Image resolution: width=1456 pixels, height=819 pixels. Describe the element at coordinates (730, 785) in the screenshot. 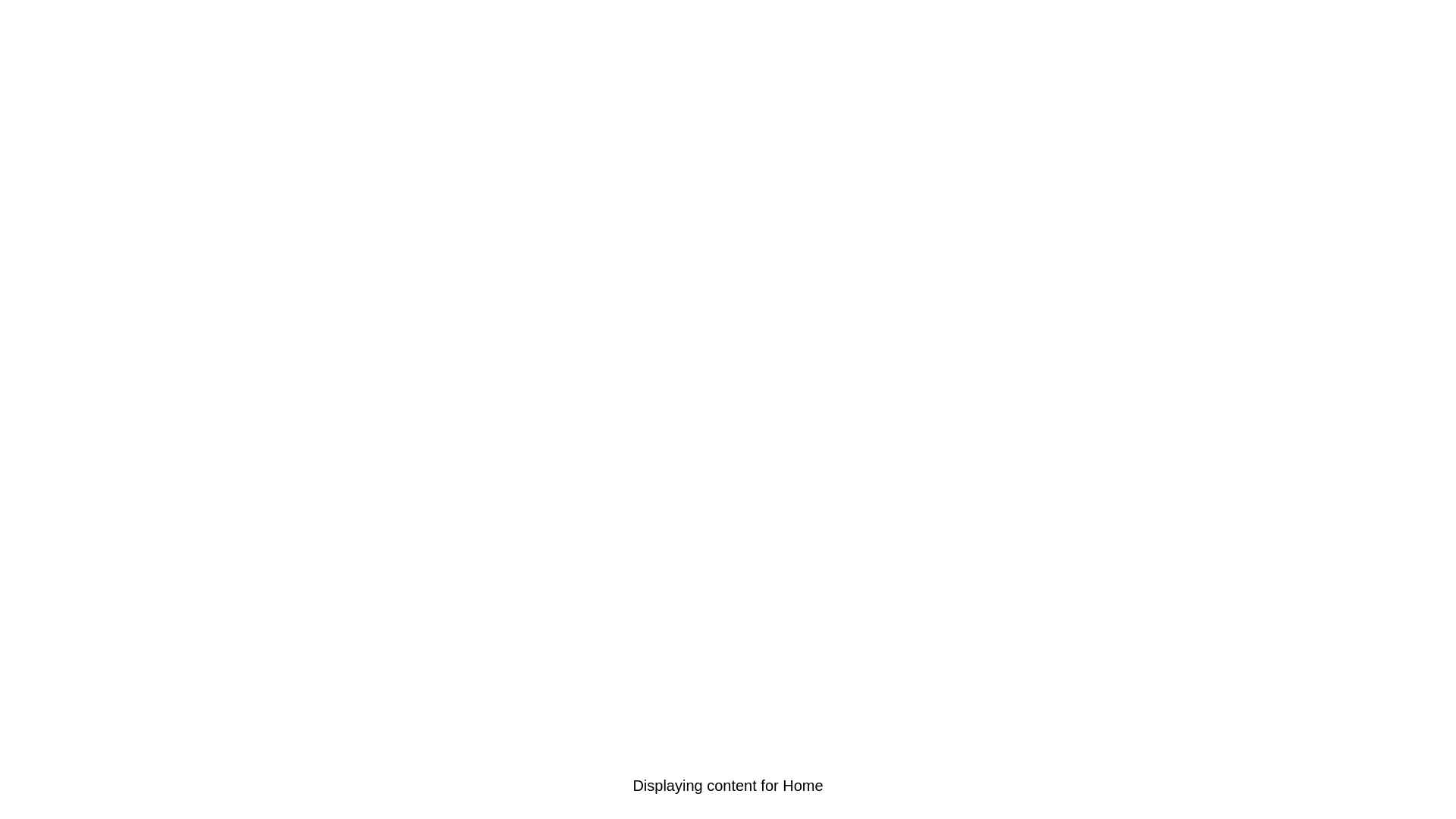

I see `the Camera tab to select it` at that location.